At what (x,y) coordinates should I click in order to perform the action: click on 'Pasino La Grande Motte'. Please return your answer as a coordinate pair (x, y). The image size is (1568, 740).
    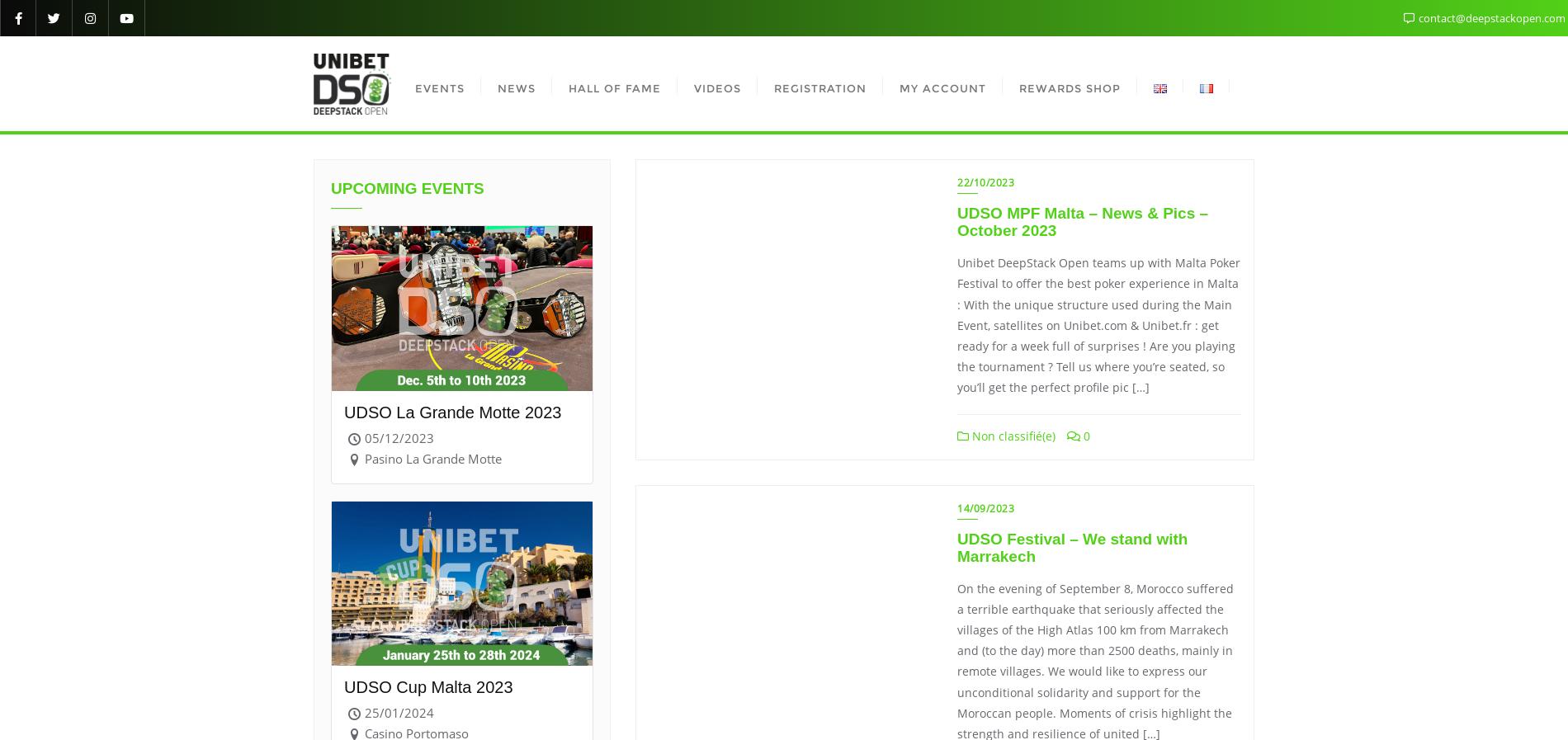
    Looking at the image, I should click on (432, 457).